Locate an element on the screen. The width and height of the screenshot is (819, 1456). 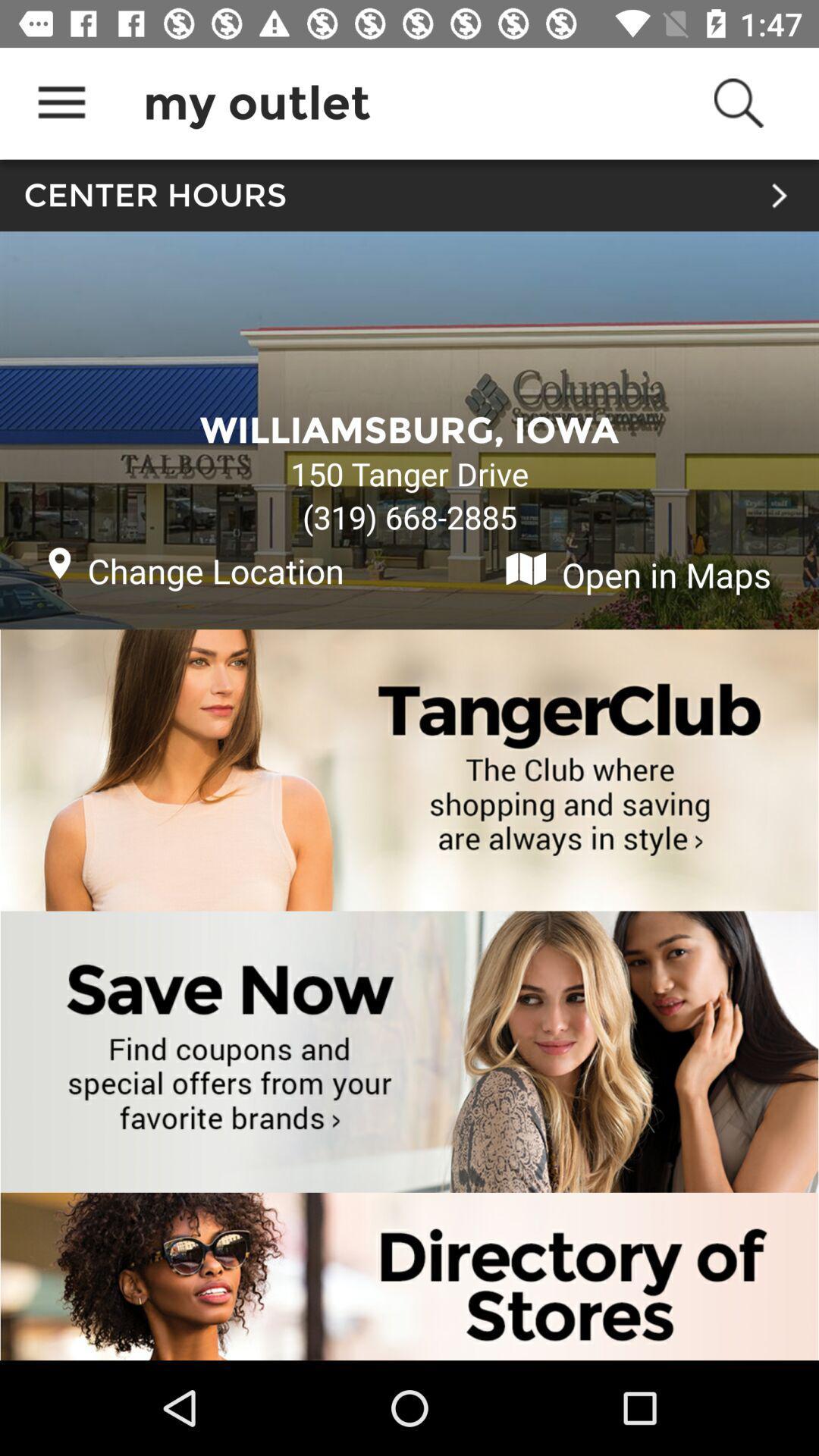
the (319) 668-2885 item is located at coordinates (409, 516).